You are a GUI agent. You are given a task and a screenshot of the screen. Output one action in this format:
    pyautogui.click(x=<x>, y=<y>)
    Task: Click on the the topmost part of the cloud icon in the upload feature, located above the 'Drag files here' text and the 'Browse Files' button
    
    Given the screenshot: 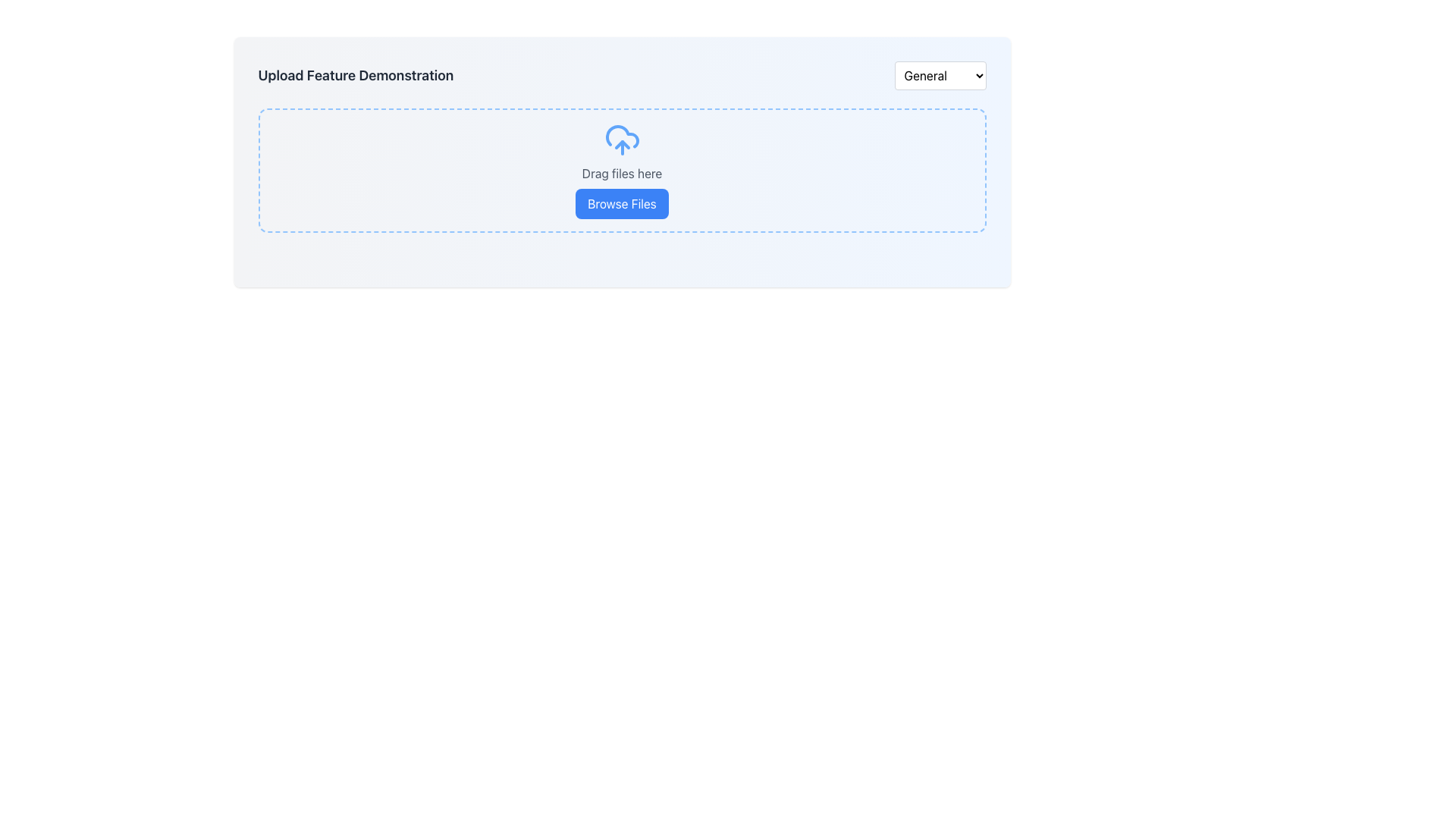 What is the action you would take?
    pyautogui.click(x=622, y=136)
    